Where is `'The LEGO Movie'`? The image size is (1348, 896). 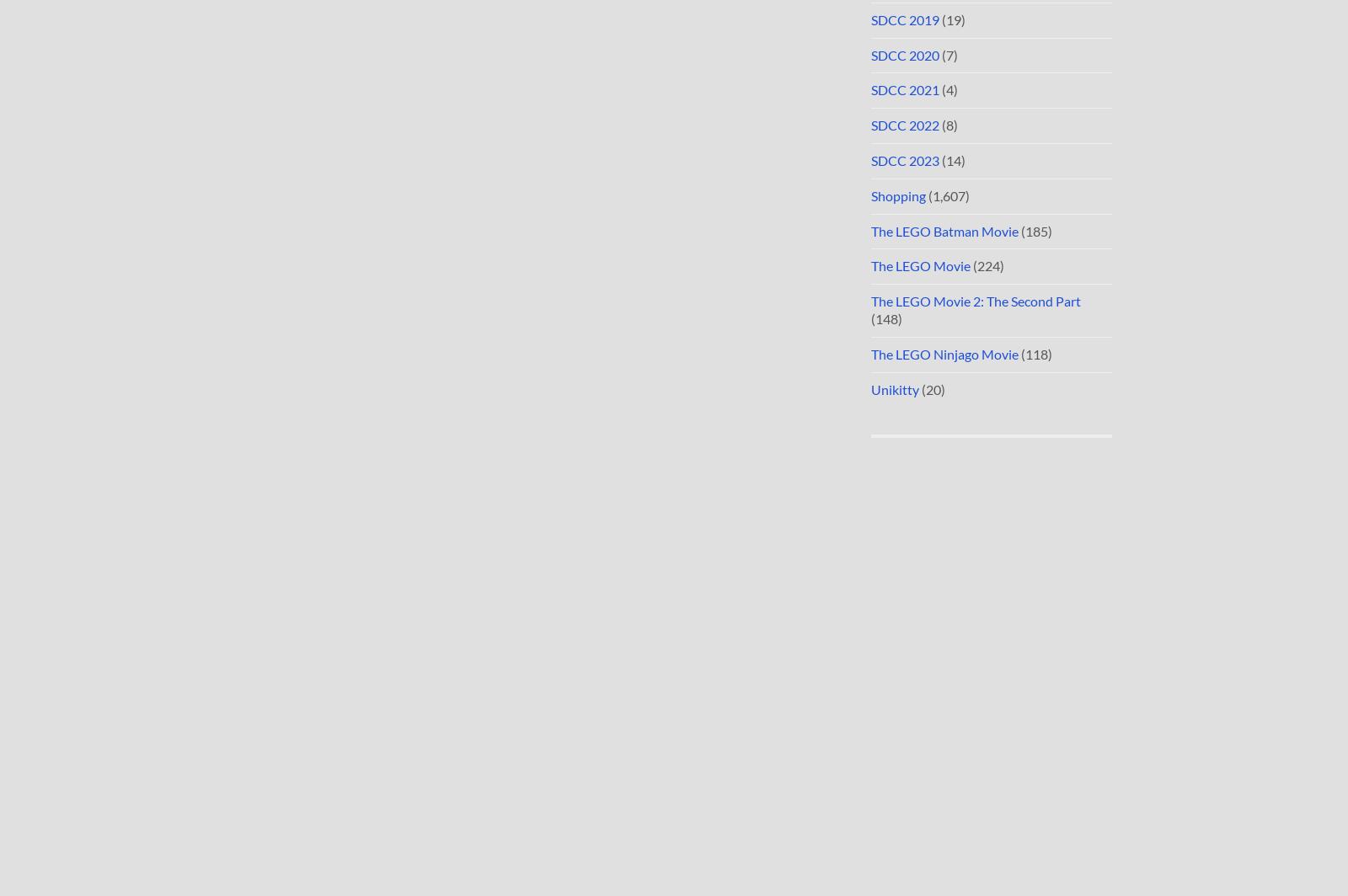 'The LEGO Movie' is located at coordinates (870, 265).